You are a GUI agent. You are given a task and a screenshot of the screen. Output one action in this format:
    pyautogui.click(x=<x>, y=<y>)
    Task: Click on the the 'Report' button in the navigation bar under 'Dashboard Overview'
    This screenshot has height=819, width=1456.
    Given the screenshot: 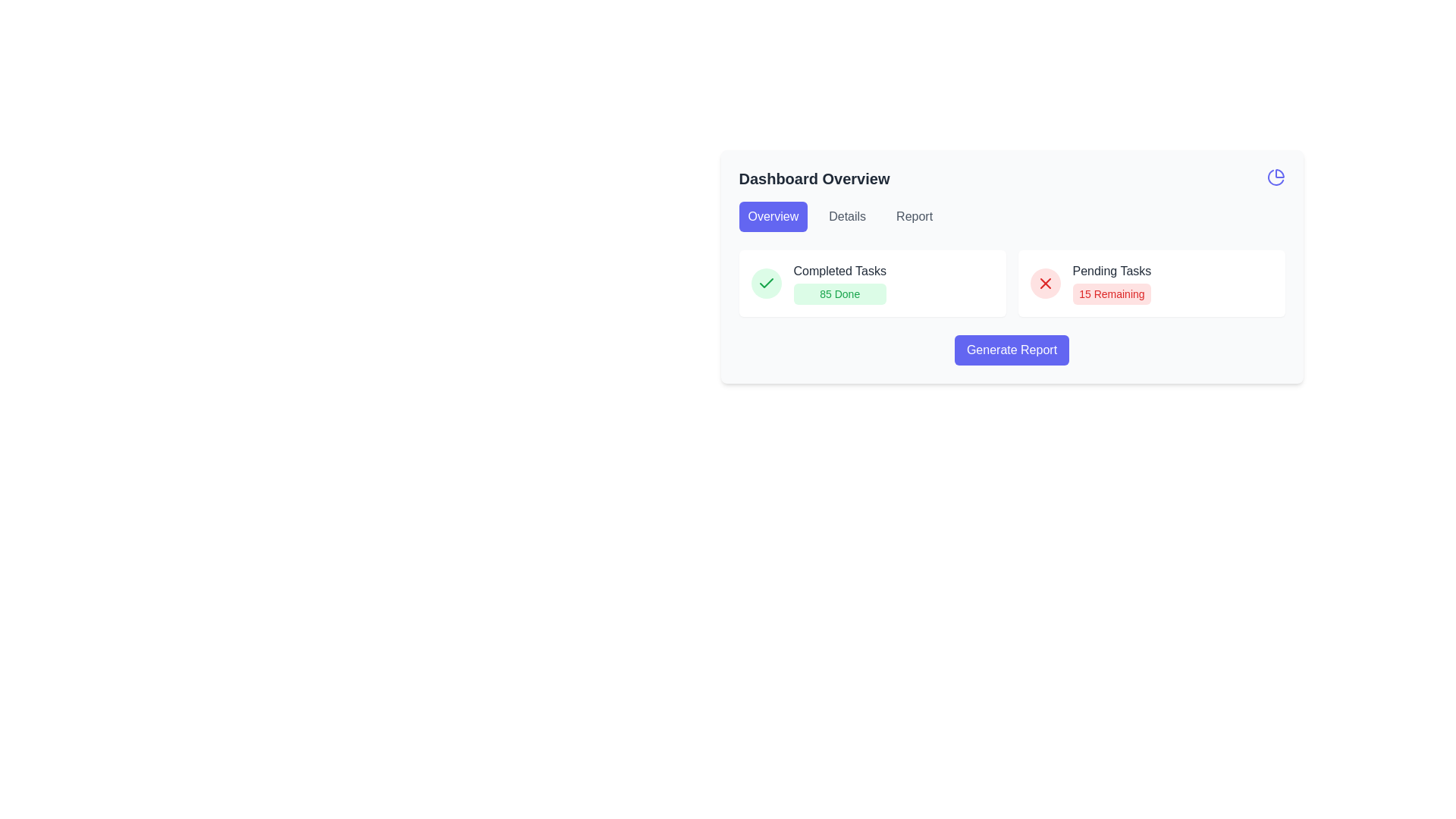 What is the action you would take?
    pyautogui.click(x=914, y=216)
    